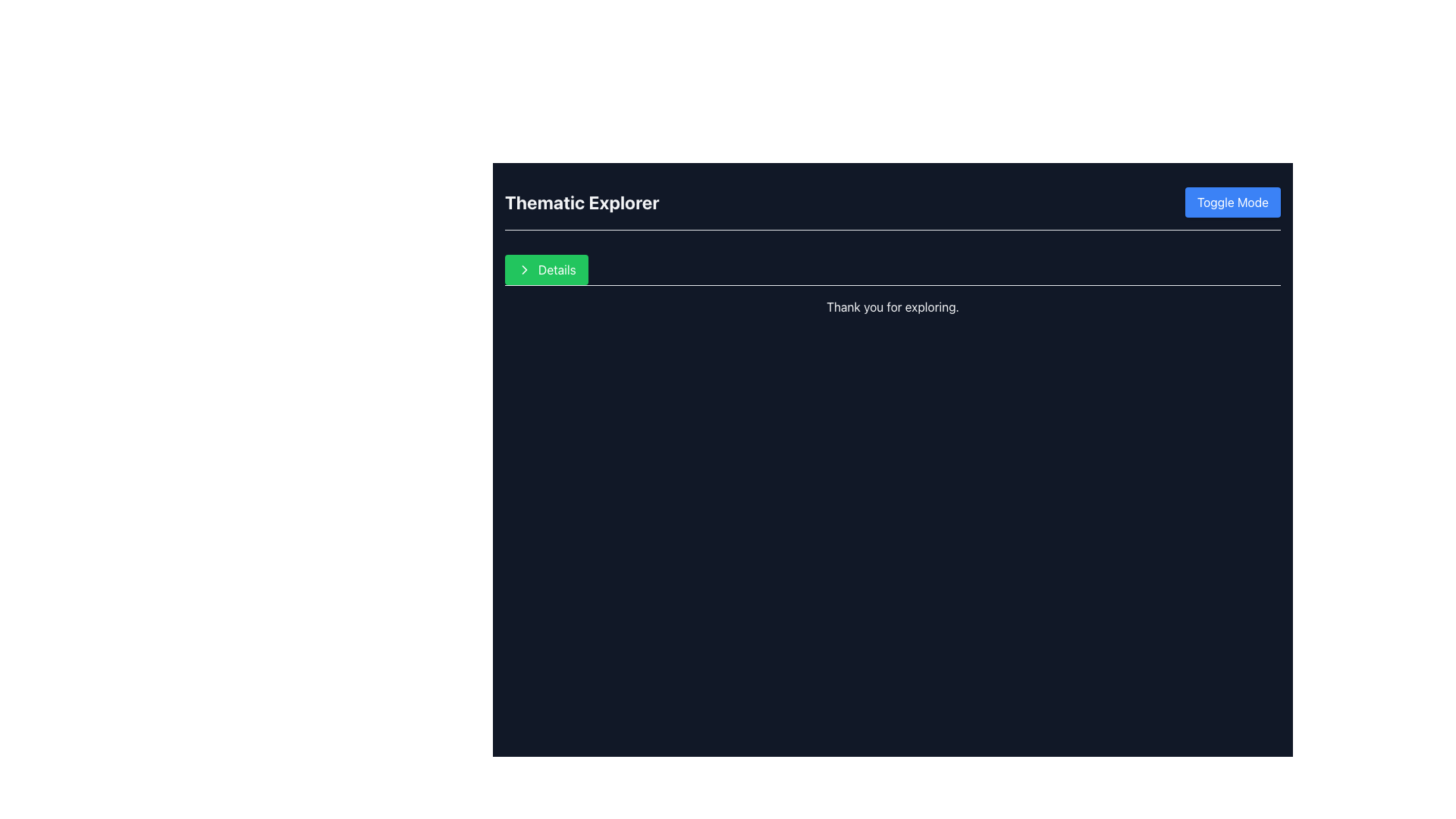  Describe the element at coordinates (546, 268) in the screenshot. I see `the button located in the header area of the page, aligned to the left below the section title 'Thematic Explorer'` at that location.